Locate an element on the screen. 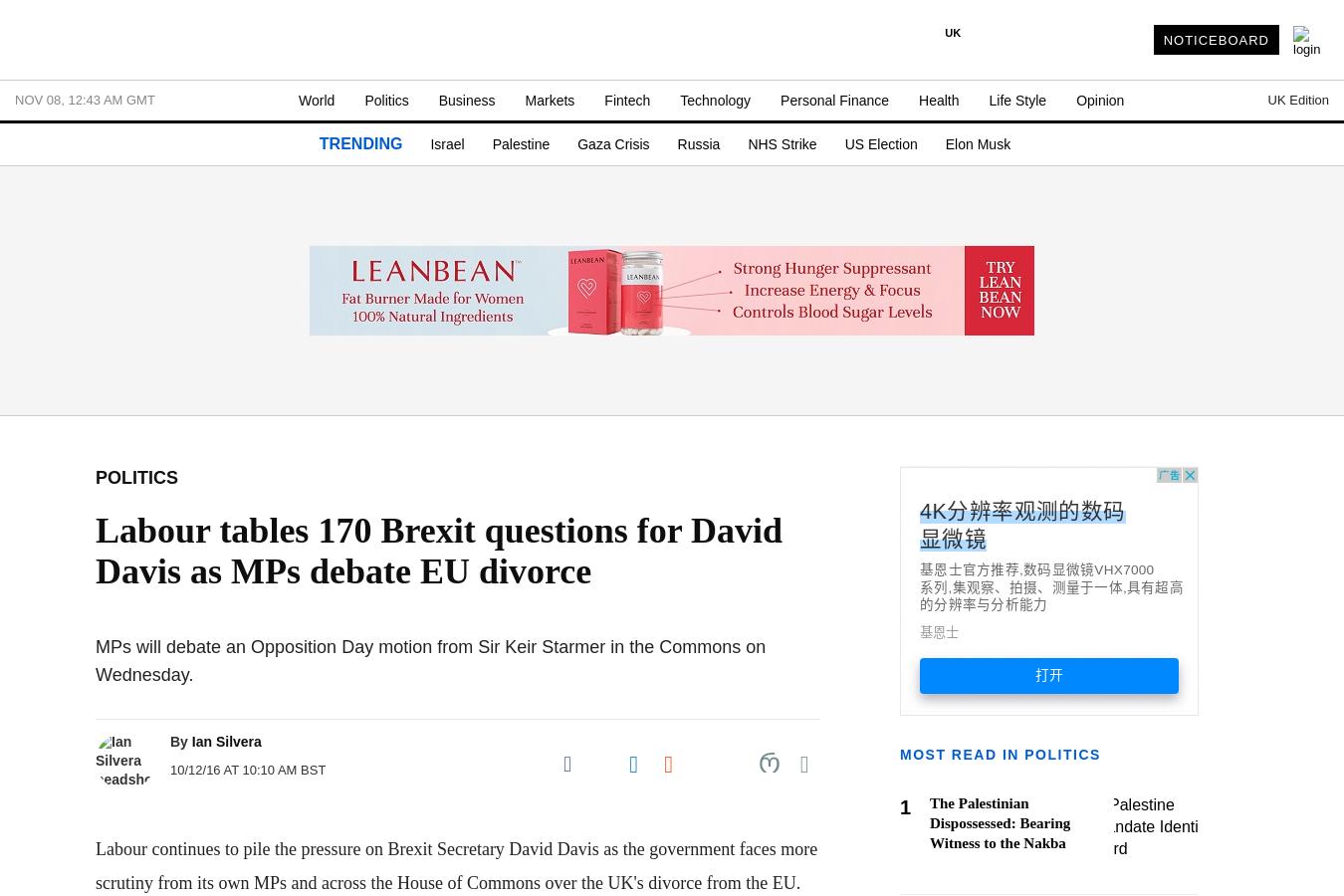  '- SME' is located at coordinates (43, 499).